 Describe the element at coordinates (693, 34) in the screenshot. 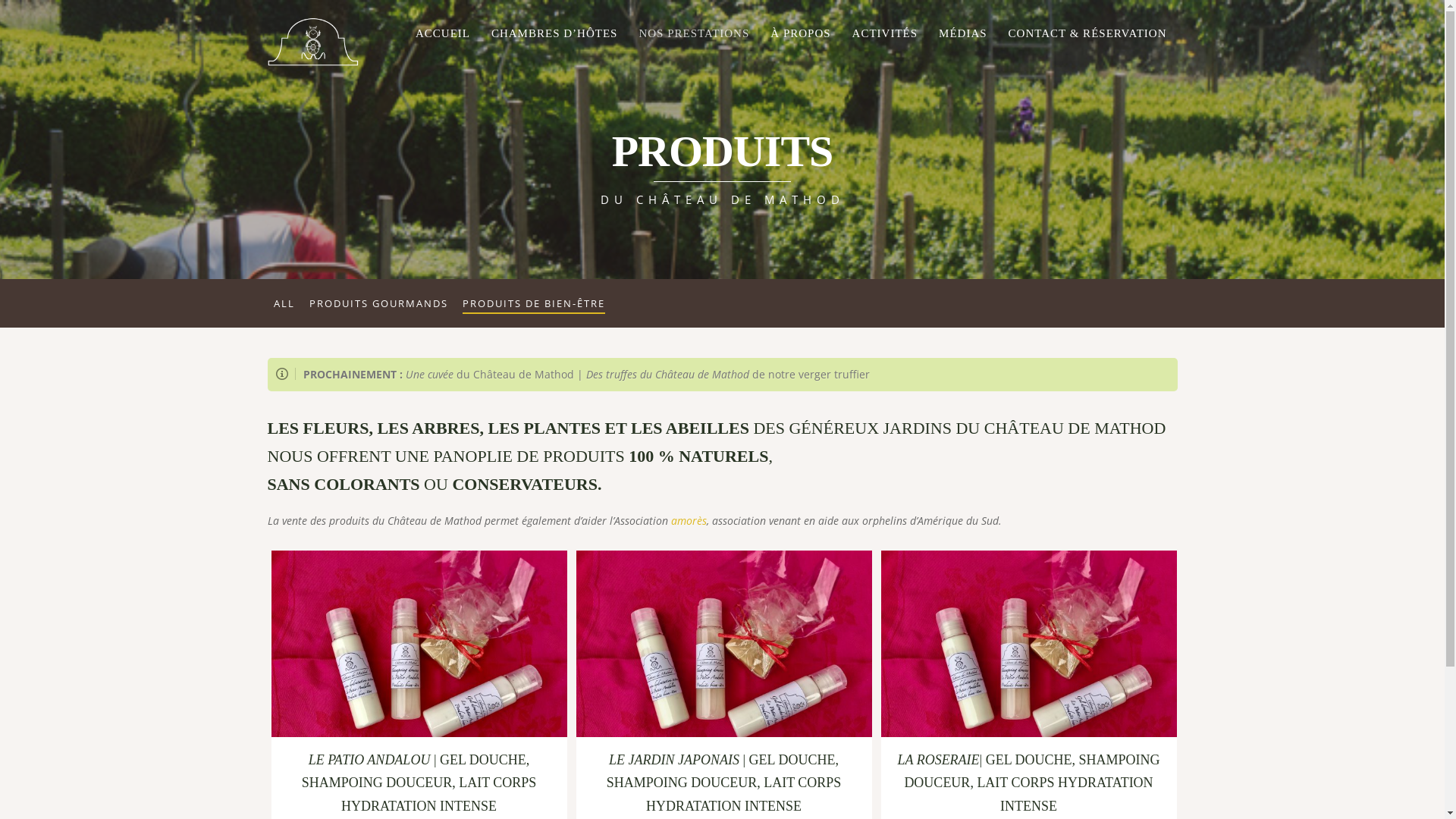

I see `'NOS PRESTATIONS'` at that location.